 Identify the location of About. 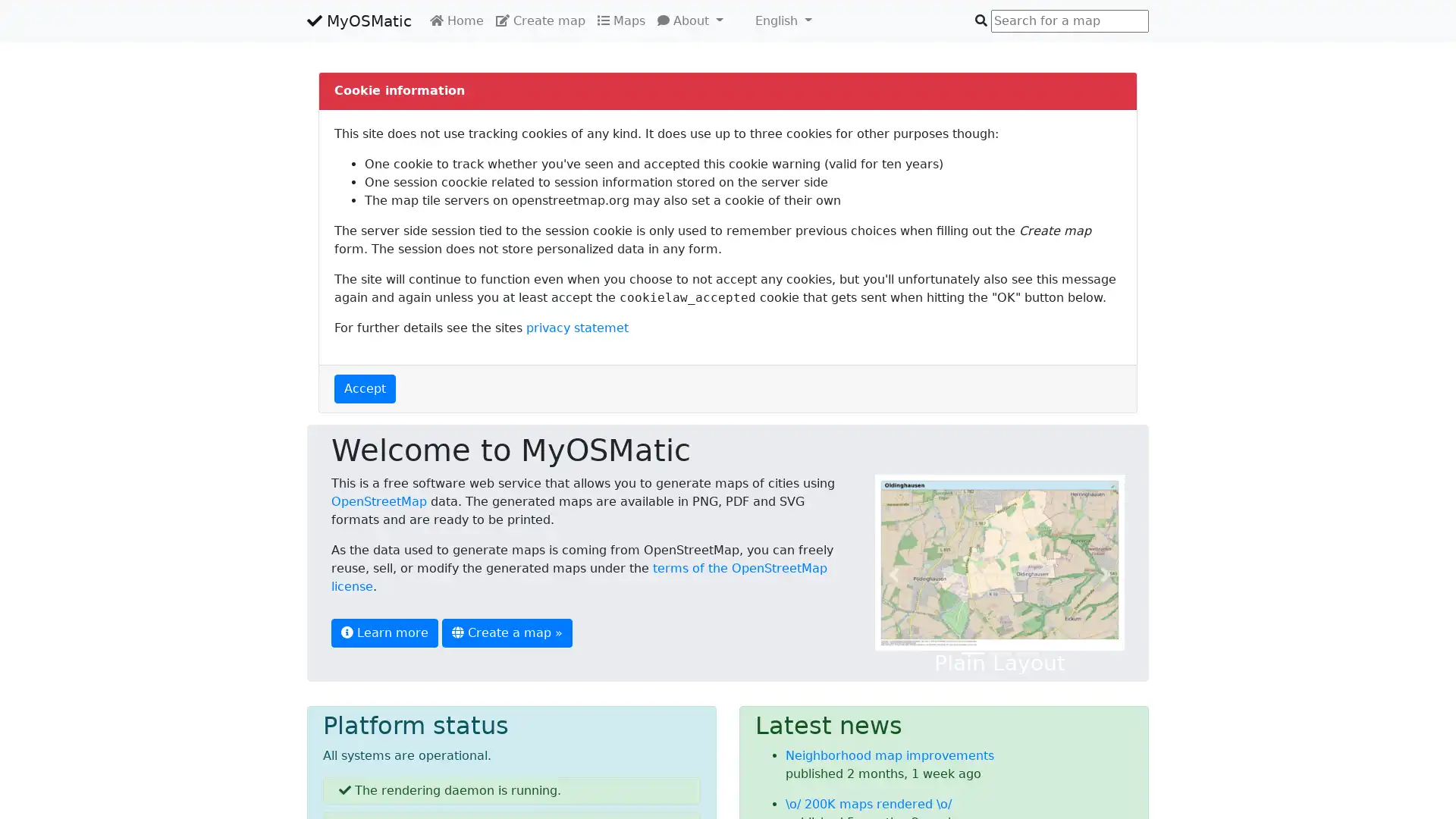
(689, 20).